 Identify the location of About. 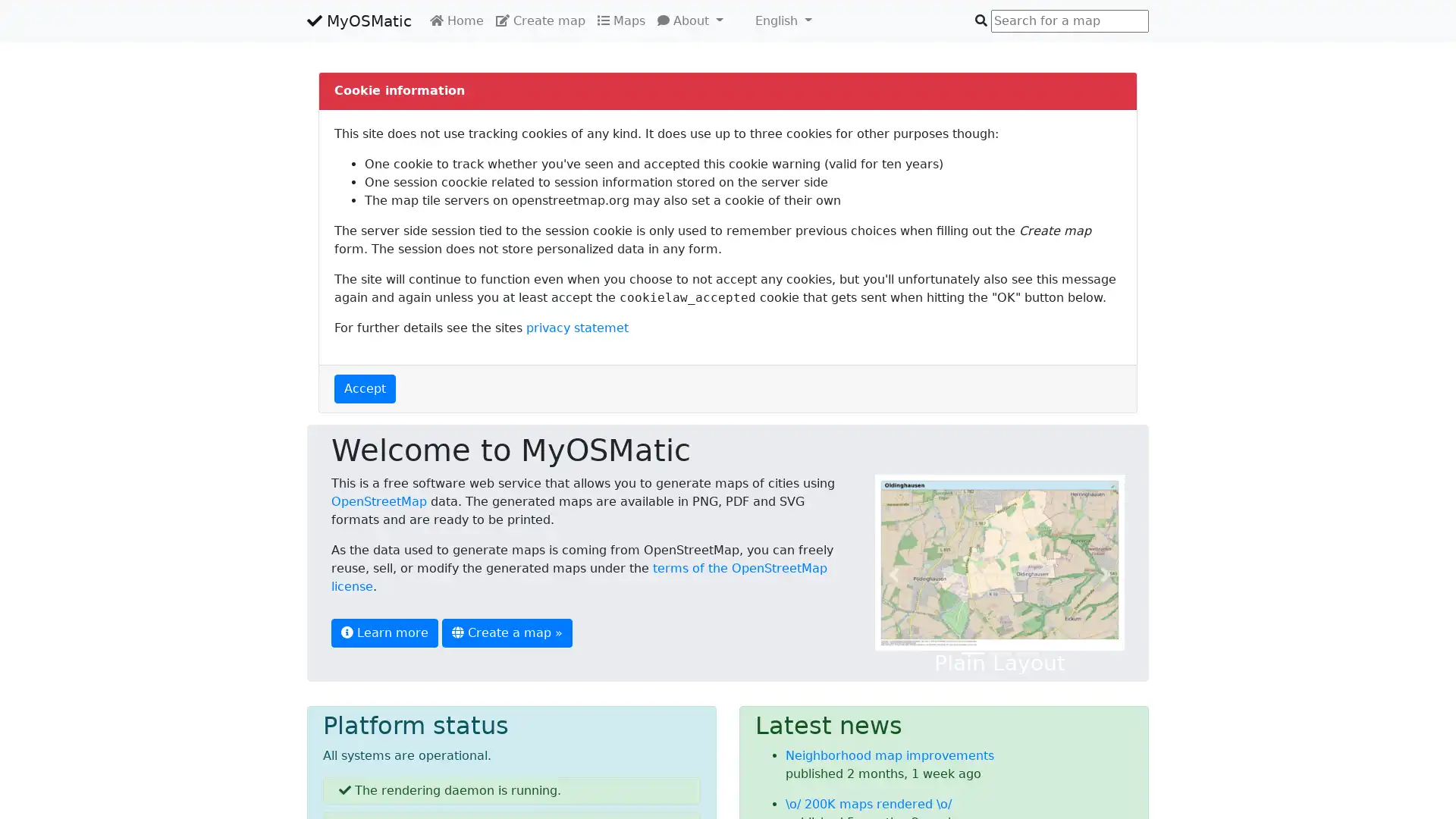
(689, 20).